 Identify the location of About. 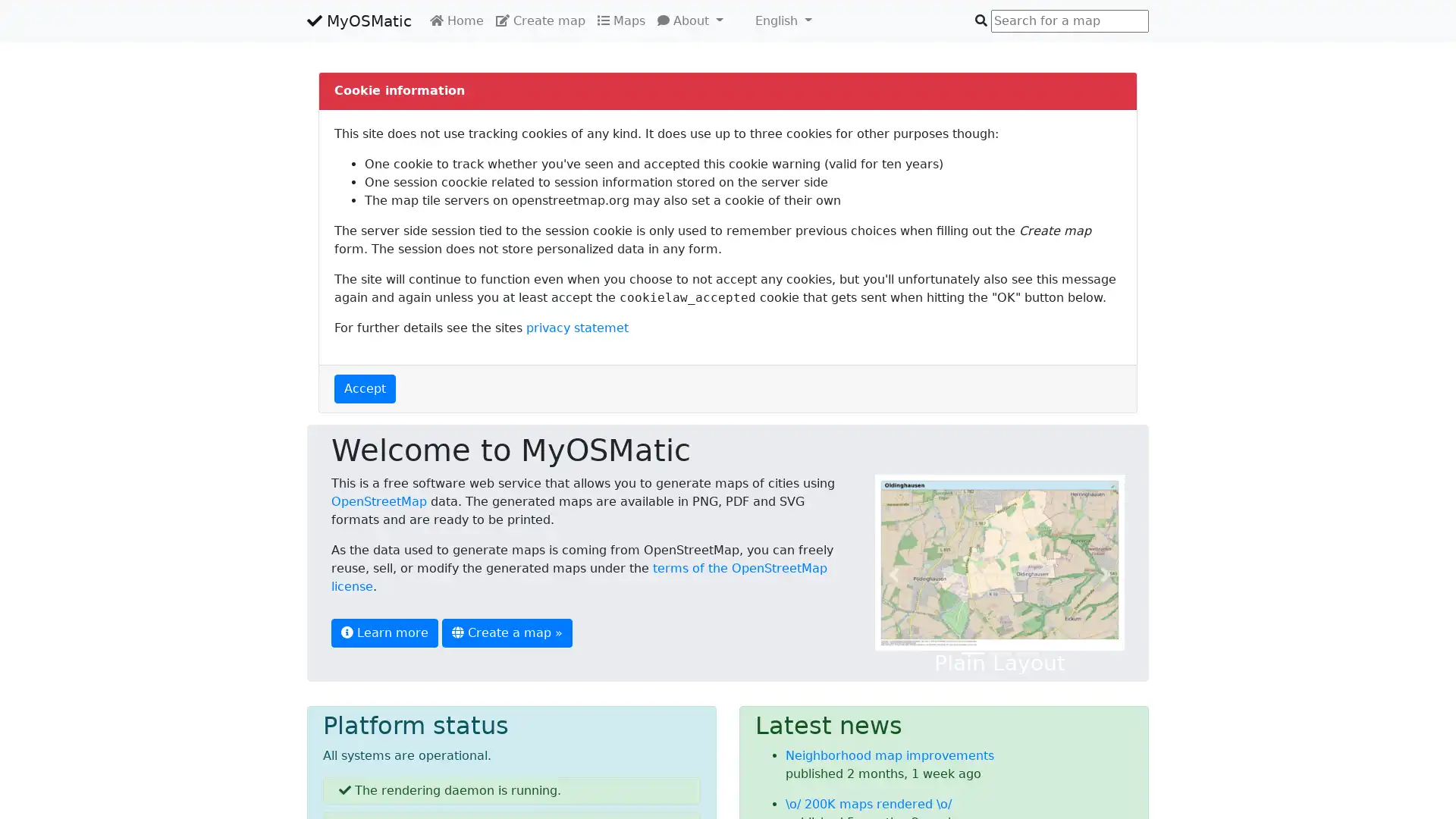
(689, 20).